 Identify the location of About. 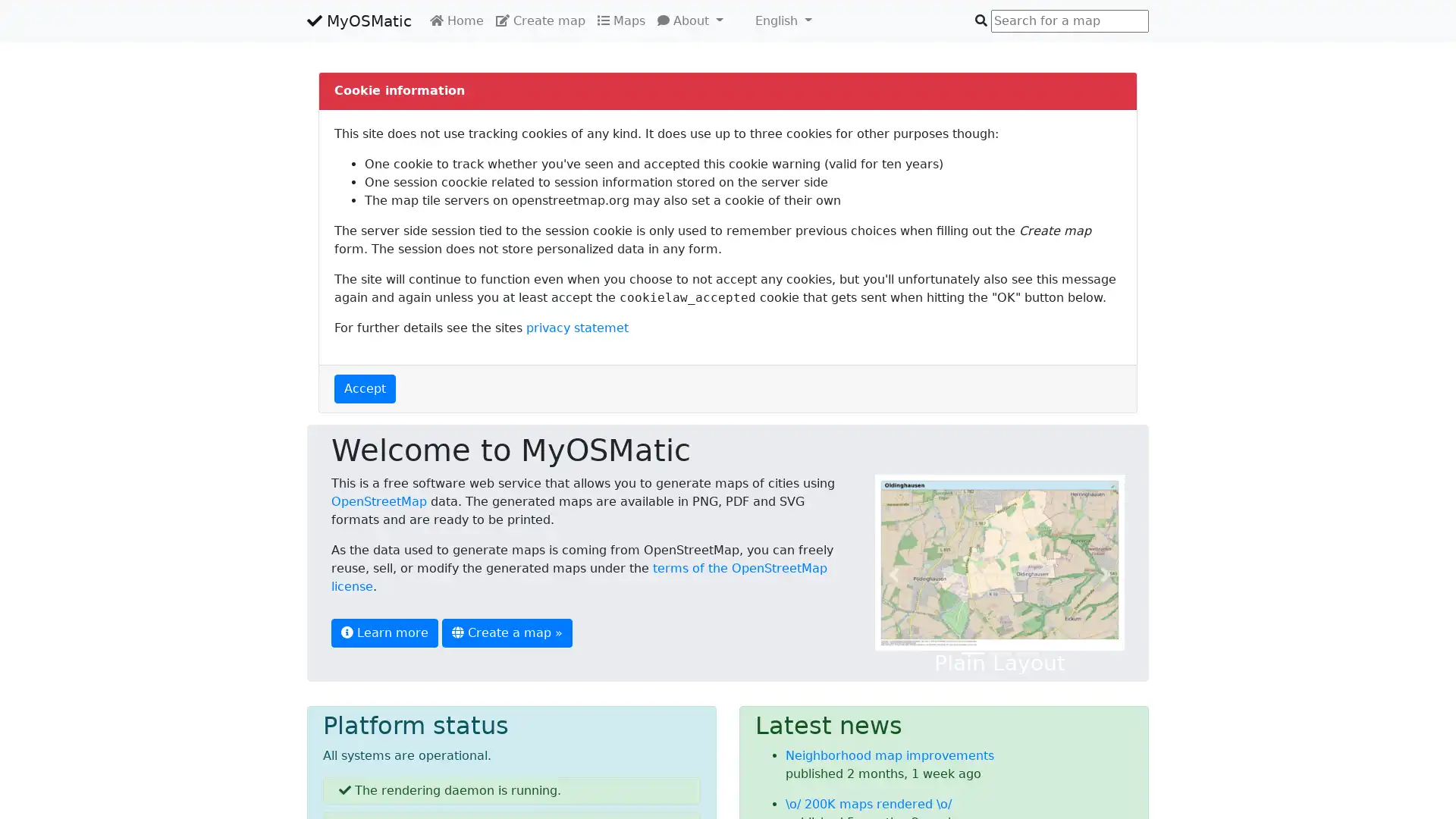
(689, 20).